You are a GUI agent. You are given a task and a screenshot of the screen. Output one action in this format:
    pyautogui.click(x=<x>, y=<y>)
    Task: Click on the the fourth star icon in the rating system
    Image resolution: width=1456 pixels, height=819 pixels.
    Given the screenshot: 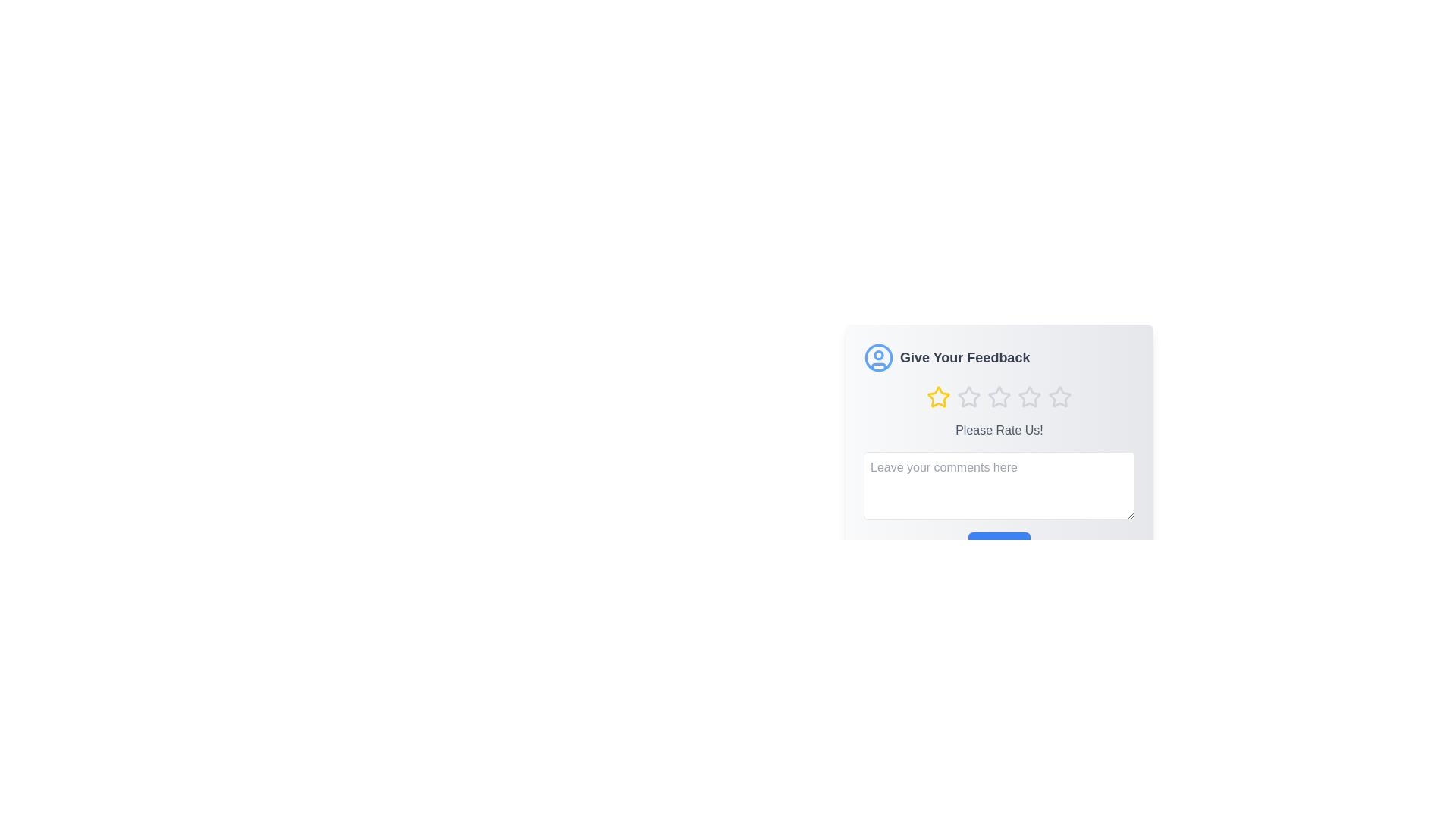 What is the action you would take?
    pyautogui.click(x=1030, y=396)
    